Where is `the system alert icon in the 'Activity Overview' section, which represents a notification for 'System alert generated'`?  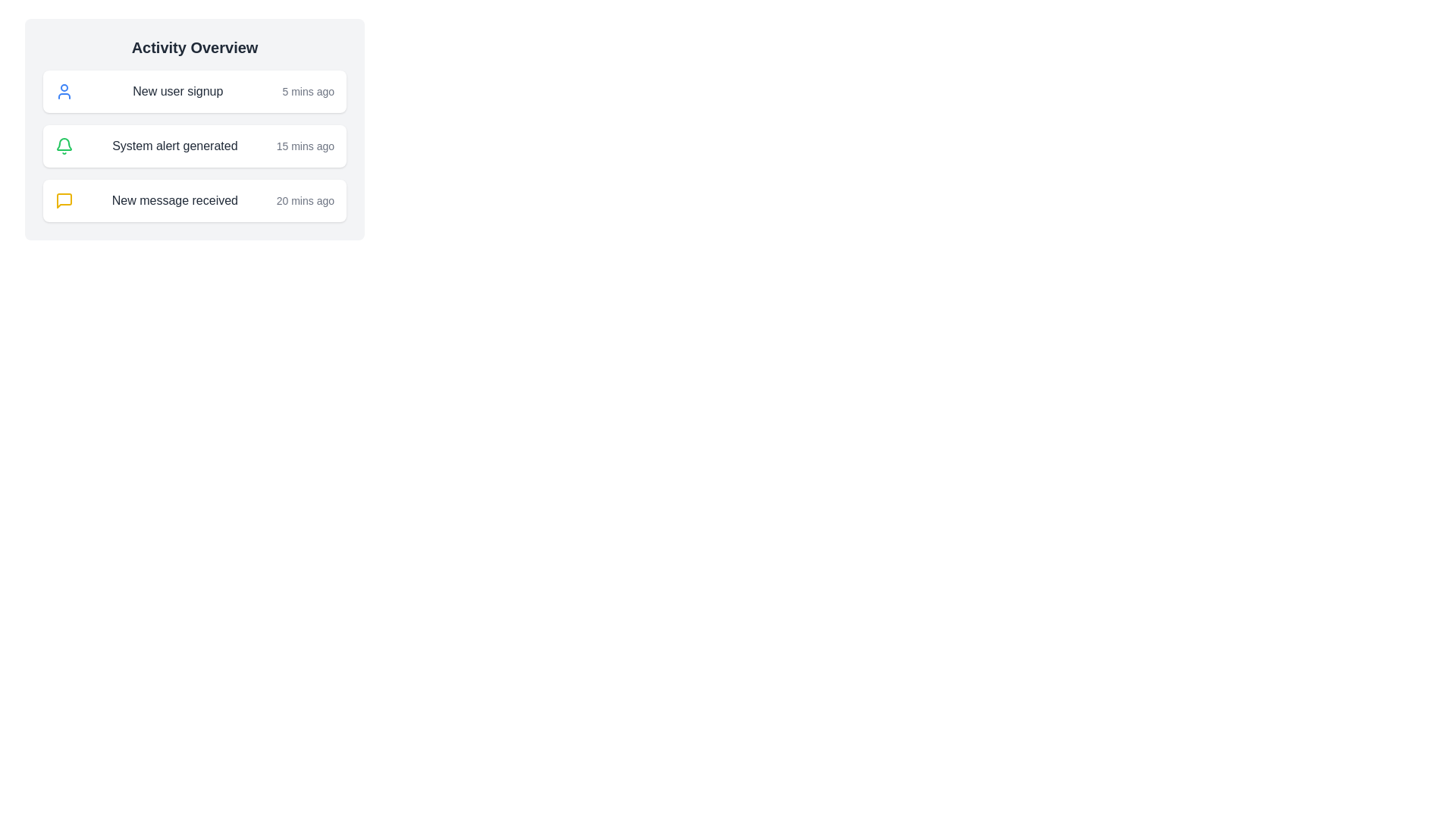
the system alert icon in the 'Activity Overview' section, which represents a notification for 'System alert generated' is located at coordinates (64, 144).